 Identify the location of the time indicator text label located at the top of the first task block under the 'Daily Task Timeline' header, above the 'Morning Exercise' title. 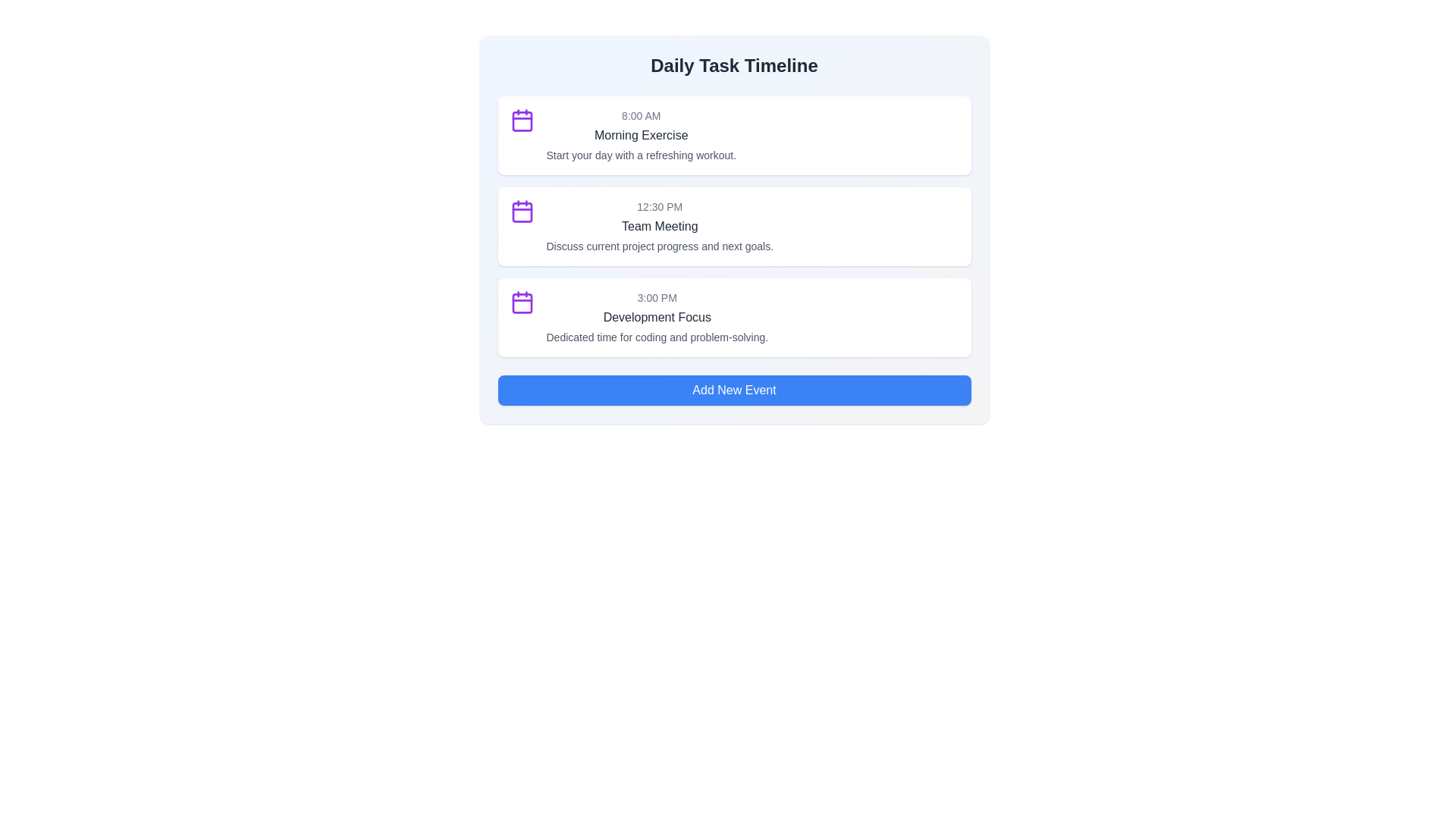
(641, 115).